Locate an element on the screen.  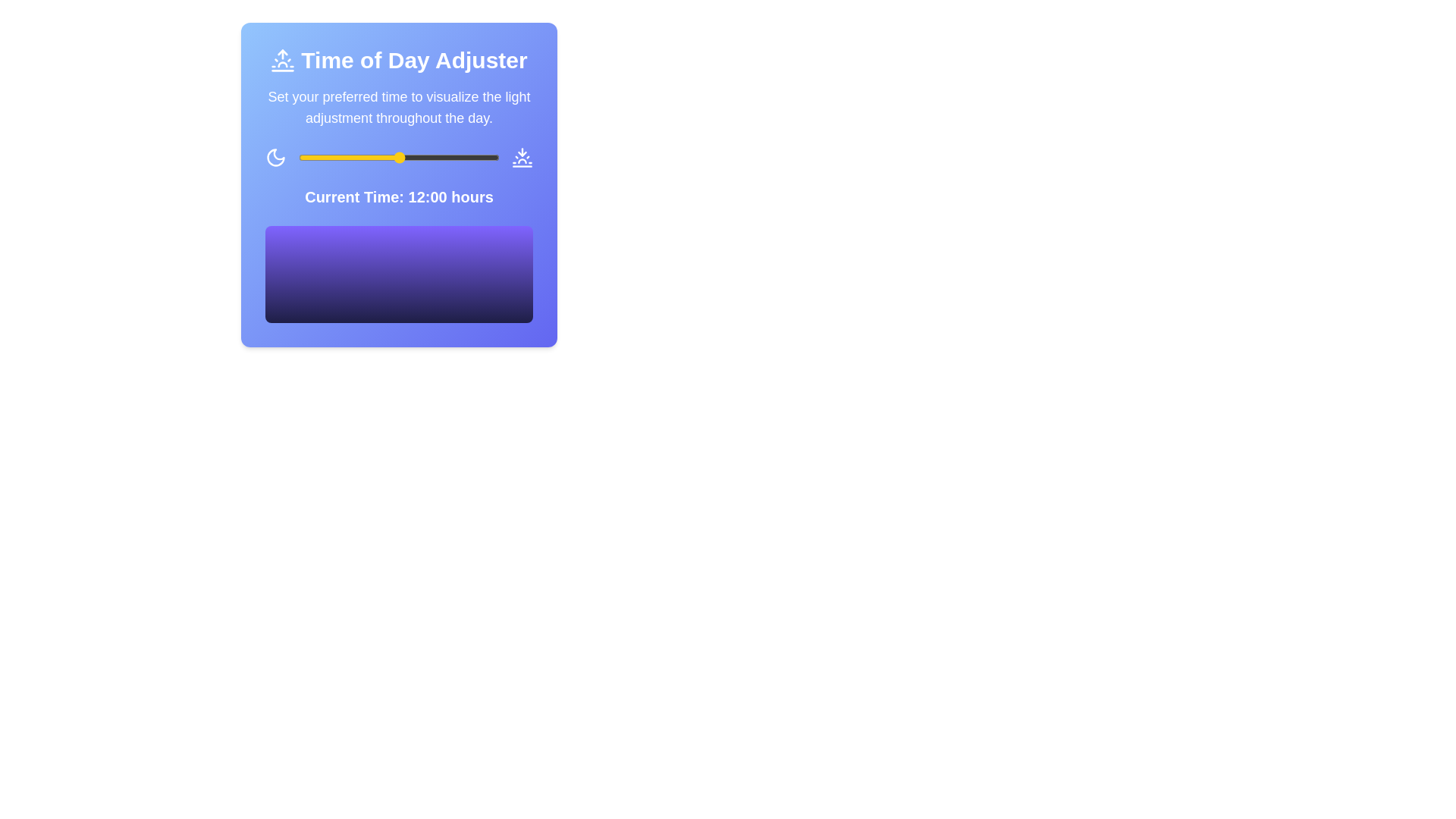
the time slider to set the time to 23 hours is located at coordinates (491, 158).